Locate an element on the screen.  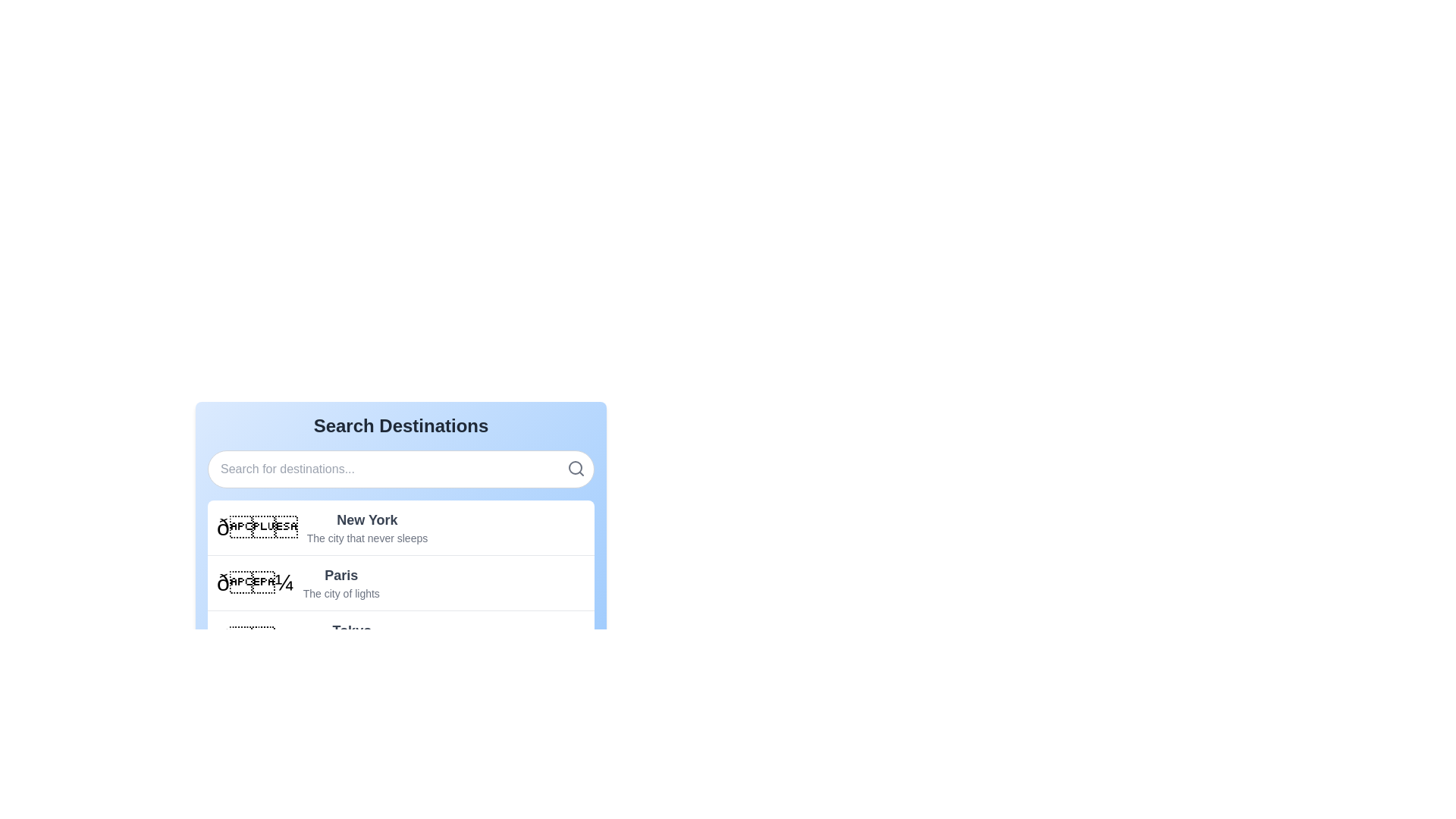
the large, distinctive emoji character that precedes the text 'Paris - The city of lights' in the list item is located at coordinates (255, 582).